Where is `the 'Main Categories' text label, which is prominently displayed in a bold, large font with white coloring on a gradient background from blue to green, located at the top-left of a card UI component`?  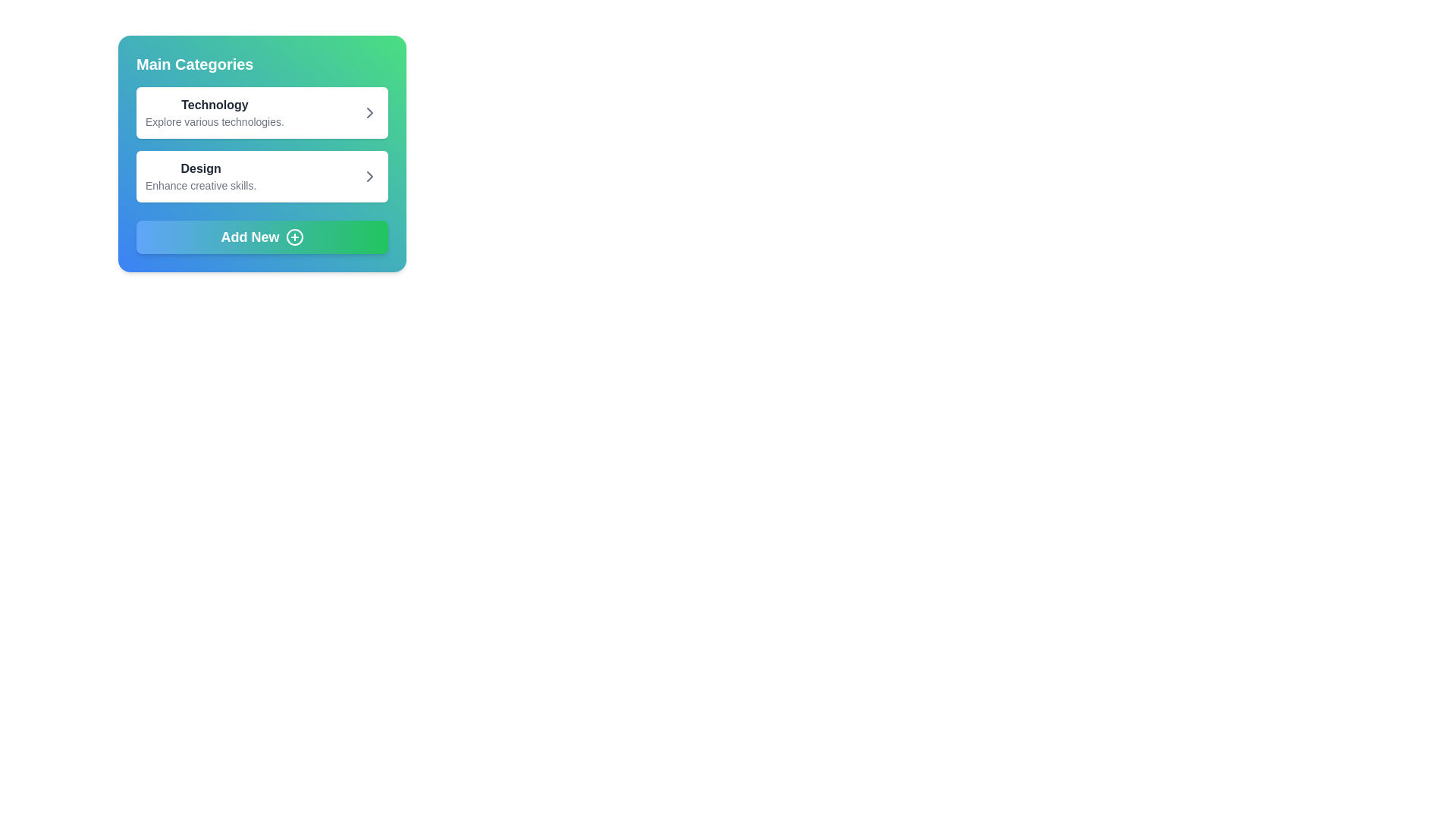
the 'Main Categories' text label, which is prominently displayed in a bold, large font with white coloring on a gradient background from blue to green, located at the top-left of a card UI component is located at coordinates (194, 63).